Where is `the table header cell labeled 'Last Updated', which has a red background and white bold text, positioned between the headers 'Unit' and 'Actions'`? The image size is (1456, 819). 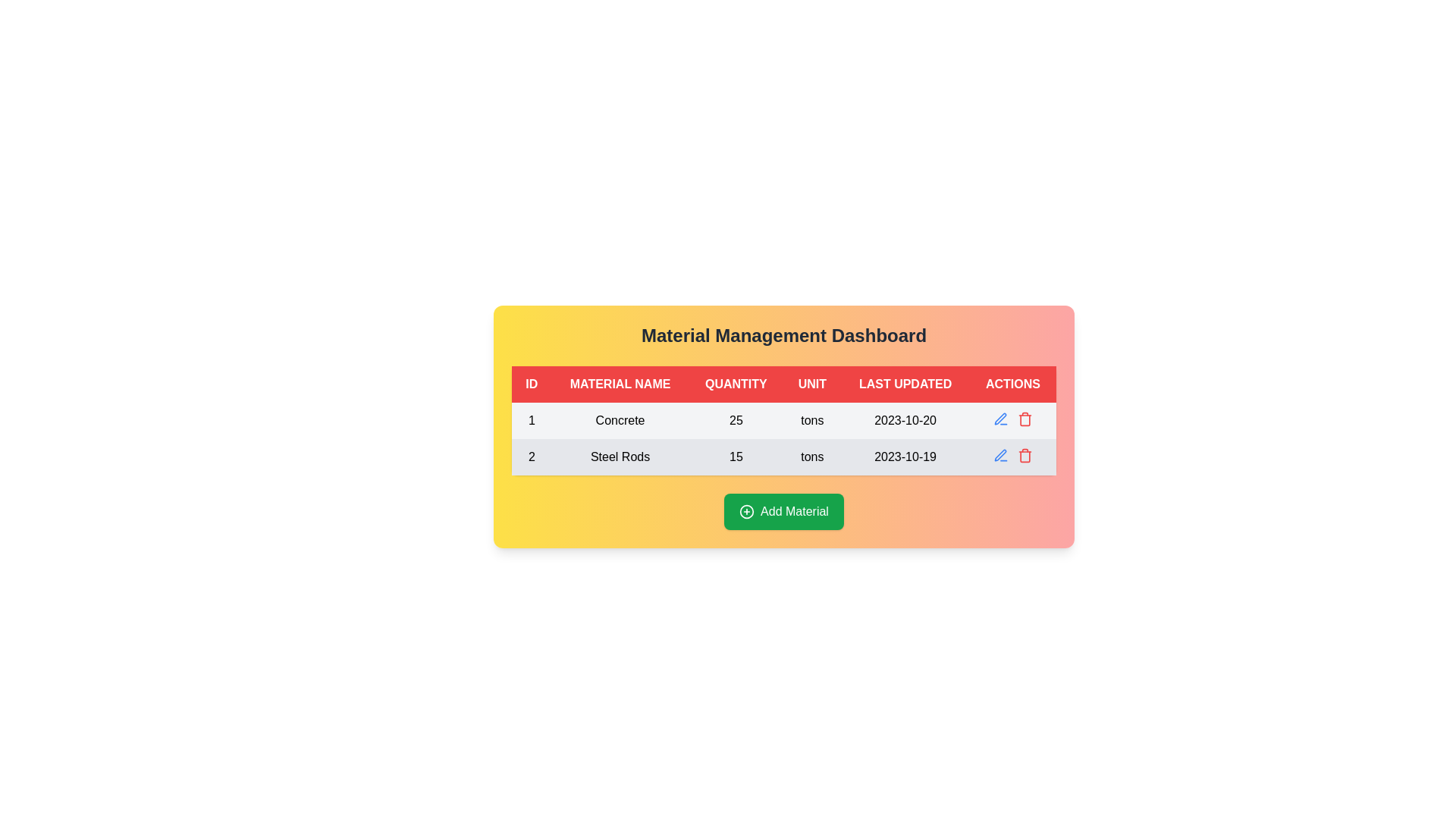 the table header cell labeled 'Last Updated', which has a red background and white bold text, positioned between the headers 'Unit' and 'Actions' is located at coordinates (905, 383).